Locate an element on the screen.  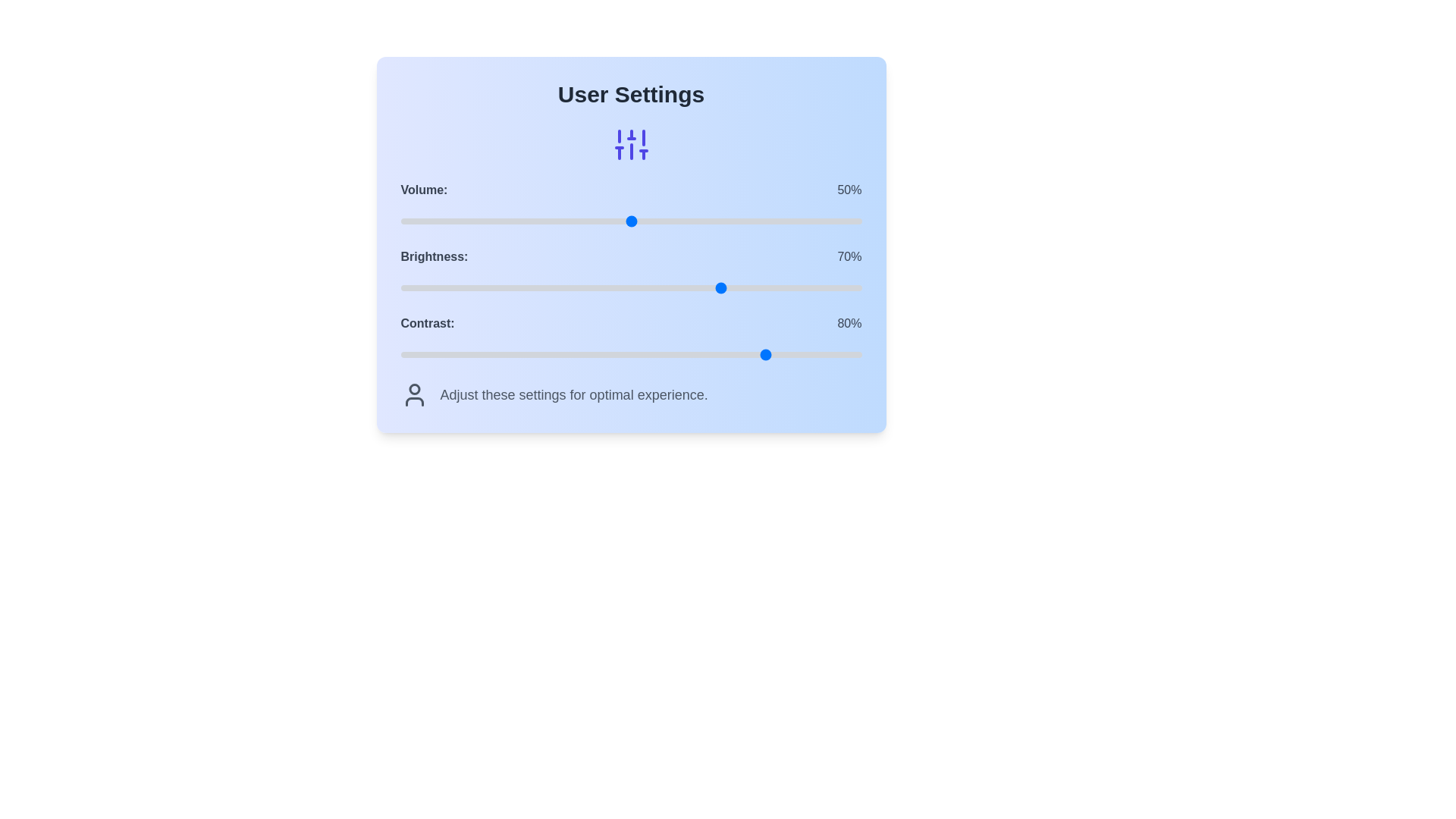
brightness is located at coordinates (414, 288).